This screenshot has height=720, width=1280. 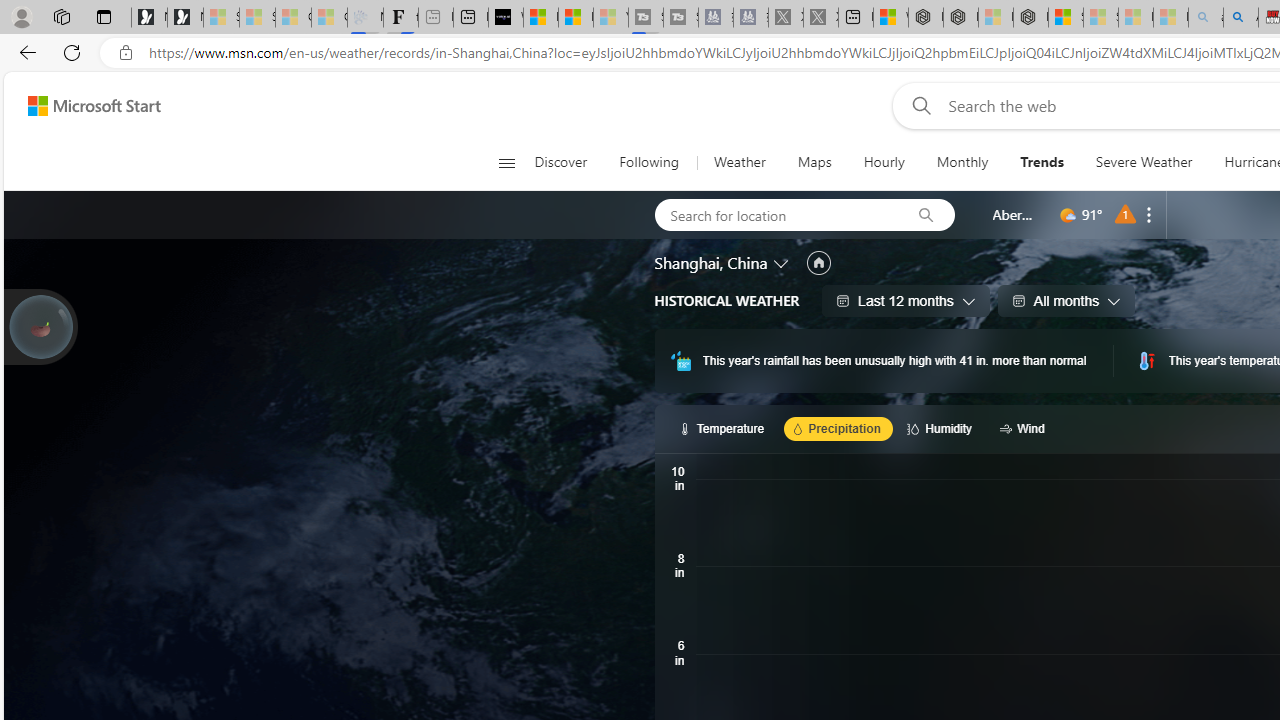 What do you see at coordinates (1149, 214) in the screenshot?
I see `'Remove location'` at bounding box center [1149, 214].